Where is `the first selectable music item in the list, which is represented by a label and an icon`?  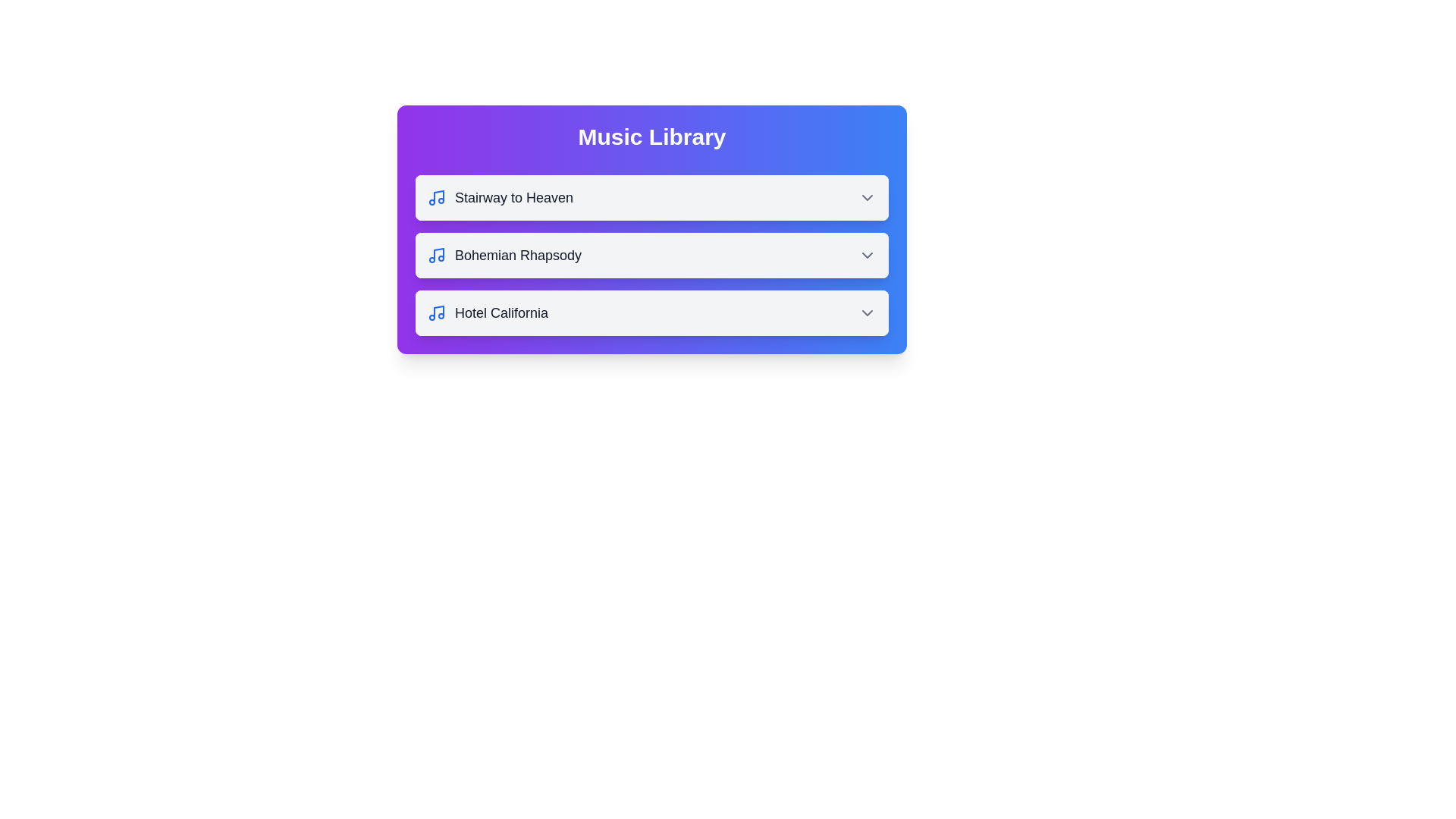 the first selectable music item in the list, which is represented by a label and an icon is located at coordinates (500, 197).